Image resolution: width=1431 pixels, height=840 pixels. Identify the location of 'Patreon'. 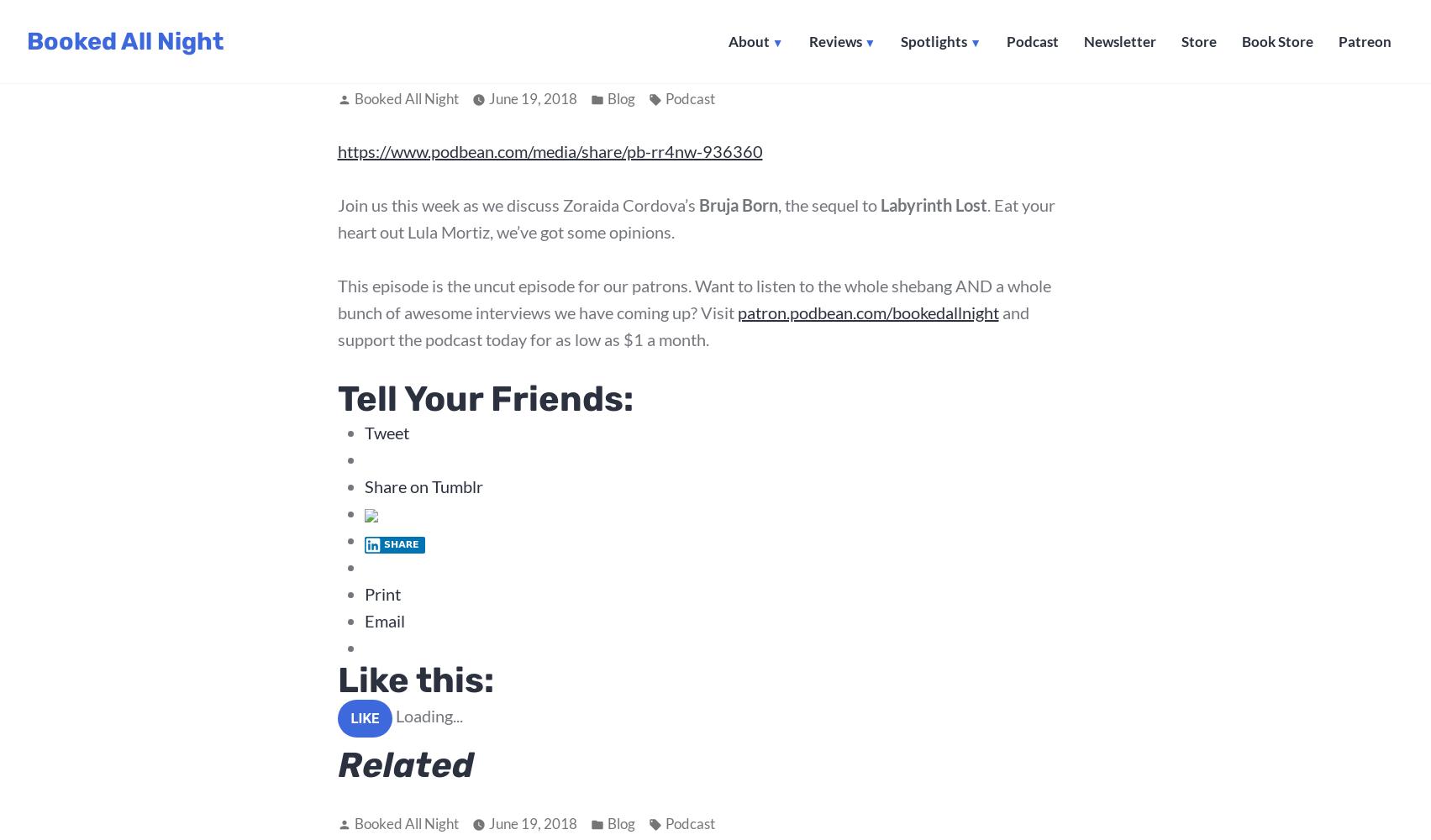
(1364, 42).